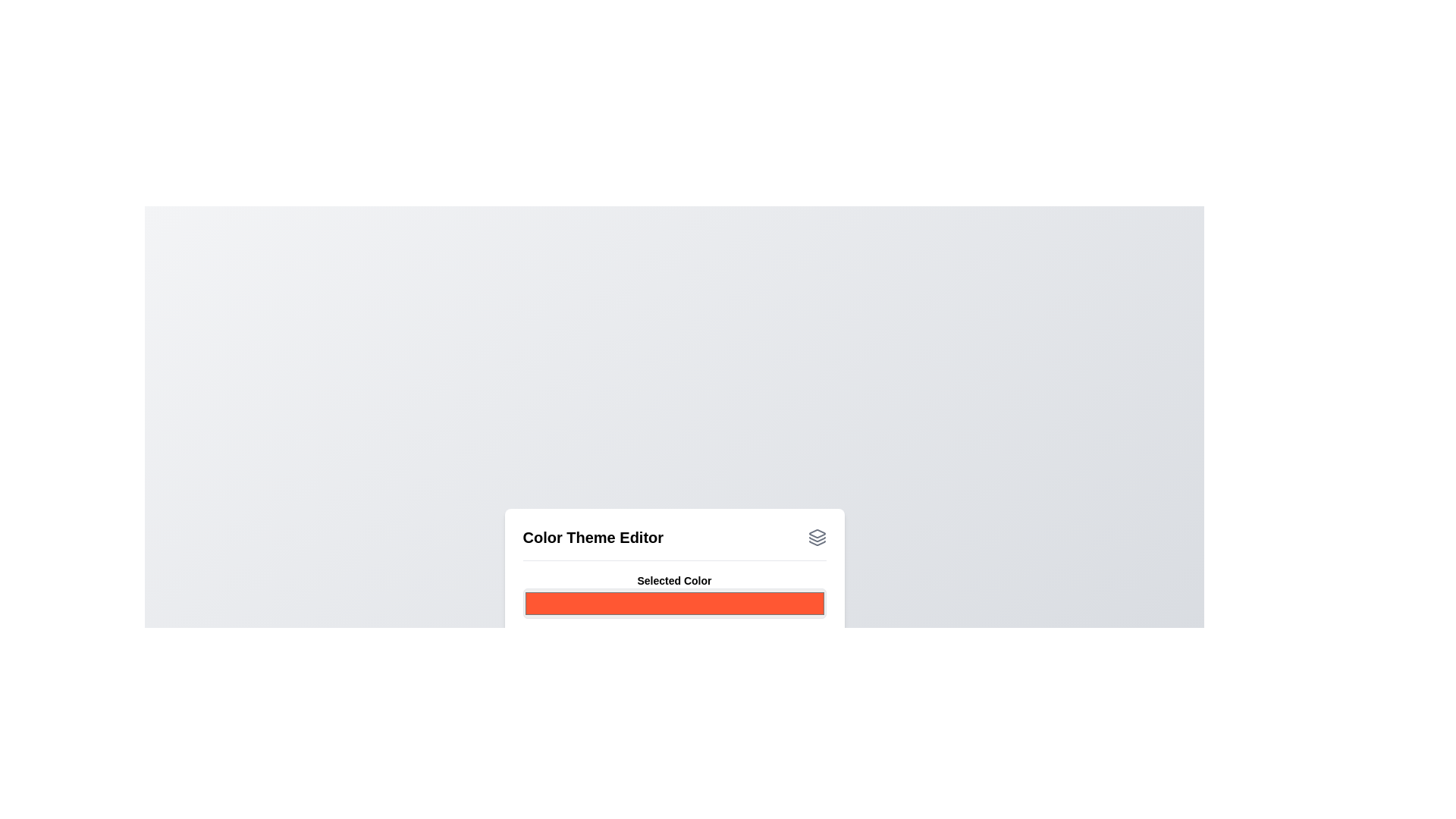 The width and height of the screenshot is (1456, 819). Describe the element at coordinates (816, 542) in the screenshot. I see `the third and bottom-most Icon element in the header of the 'Color Theme Editor' card, which signifies a grouping or theme selection option` at that location.